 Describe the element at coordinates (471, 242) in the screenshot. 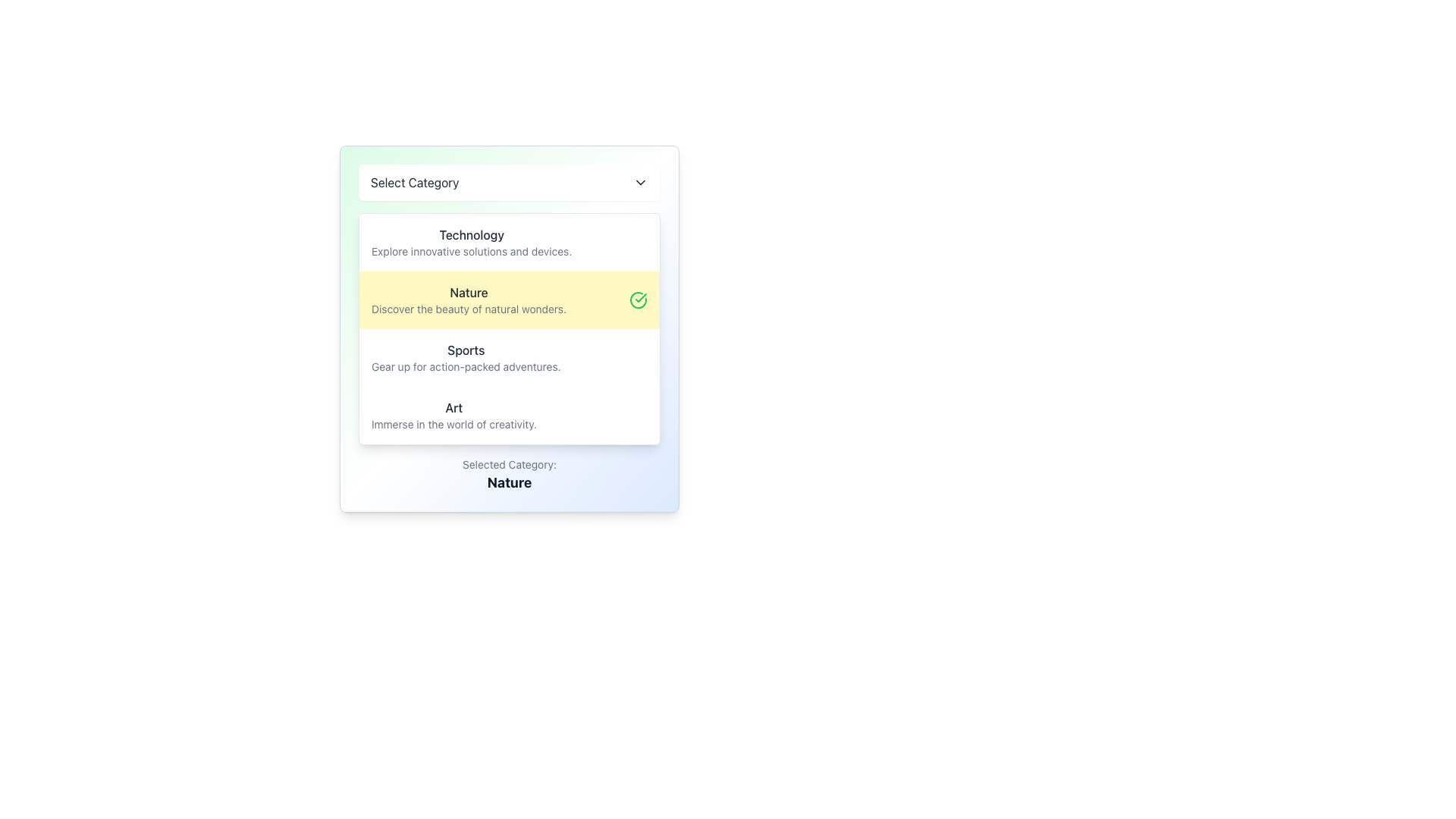

I see `the 'Technology' category option in the dropdown menu` at that location.